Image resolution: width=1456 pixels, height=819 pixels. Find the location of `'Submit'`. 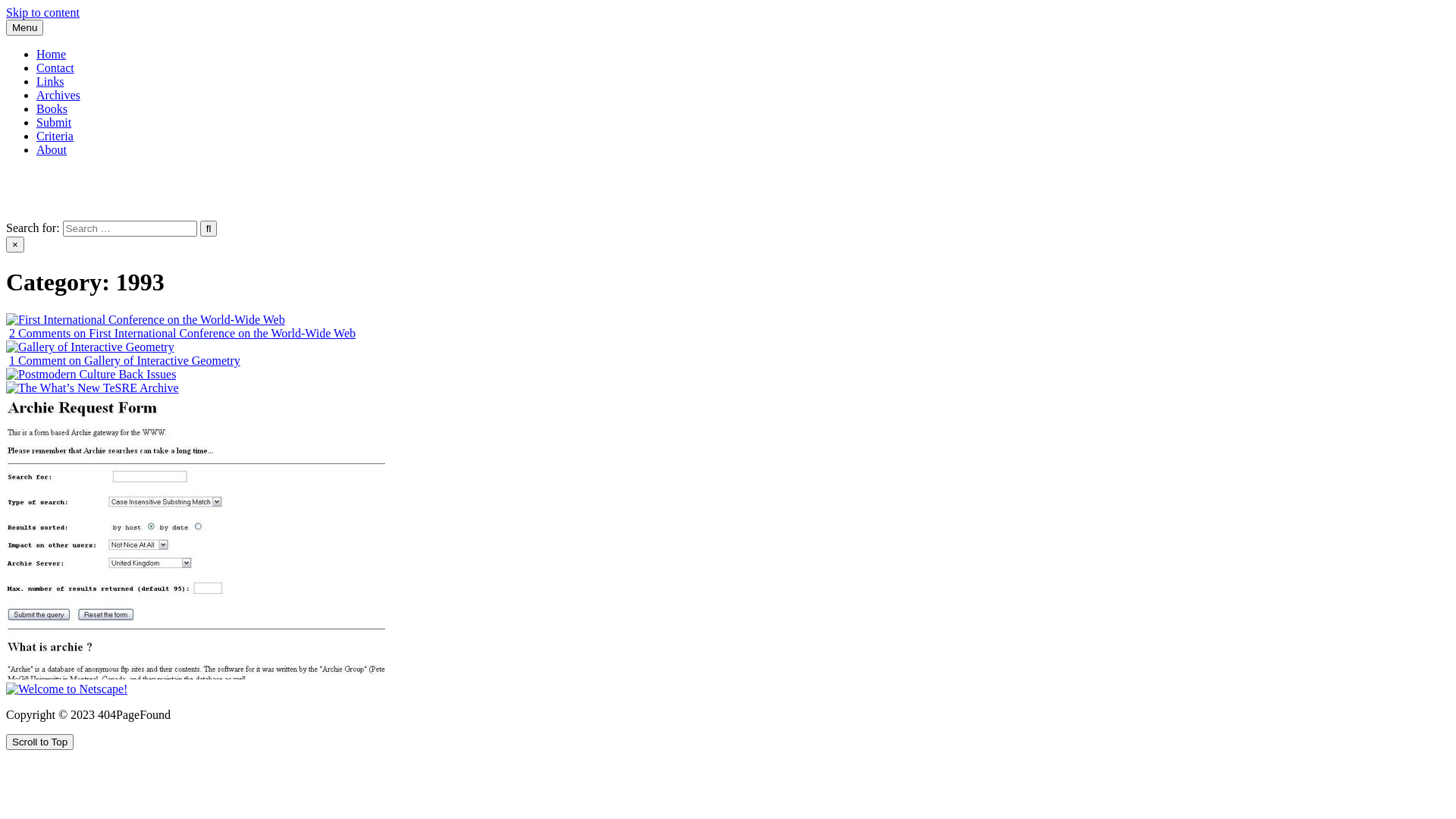

'Submit' is located at coordinates (54, 121).